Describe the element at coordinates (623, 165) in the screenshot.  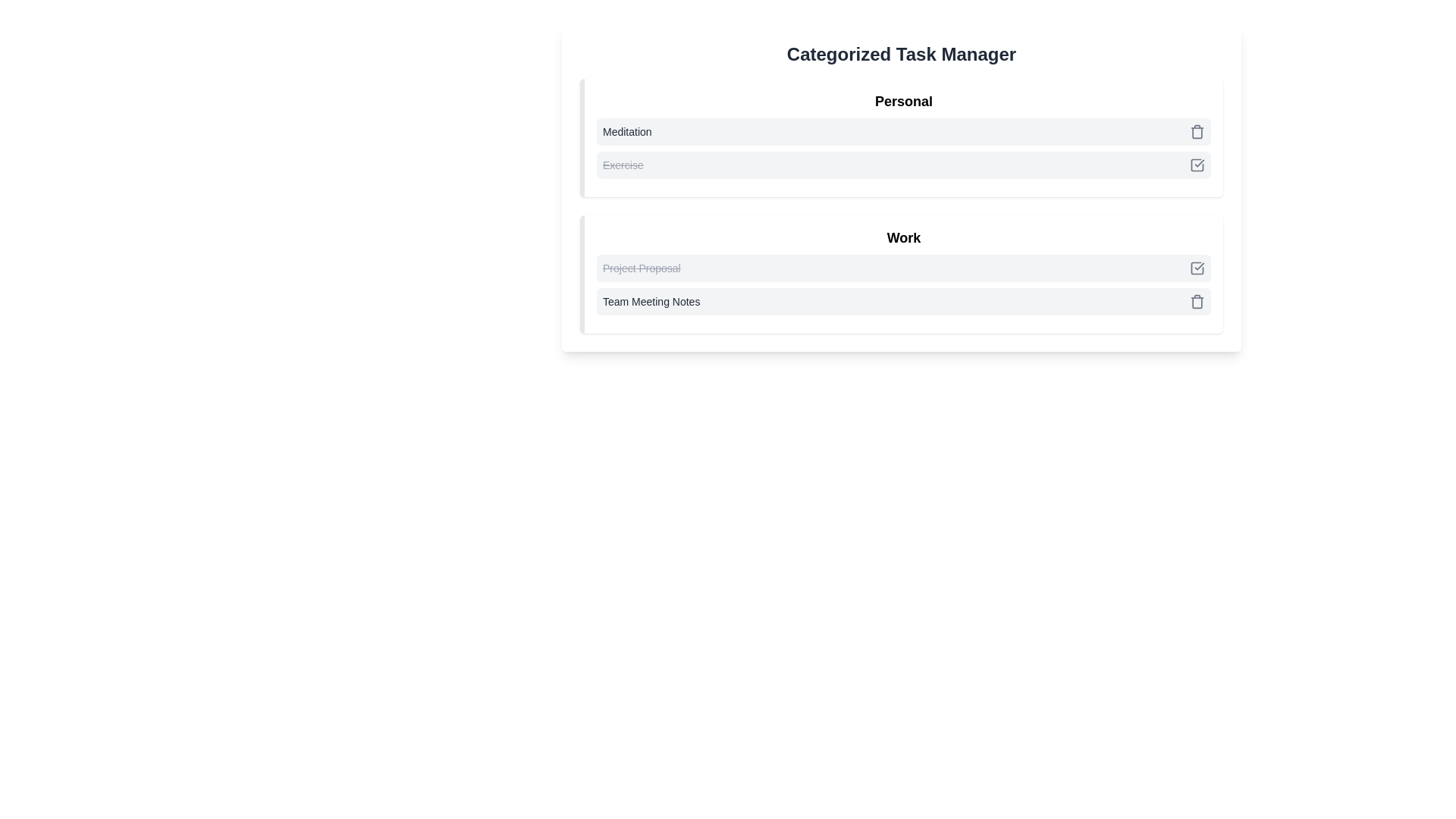
I see `the text label element displaying 'Exercise', which is styled with a line-through to indicate completion and is located in the 'Personal' task section of the task manager interface` at that location.